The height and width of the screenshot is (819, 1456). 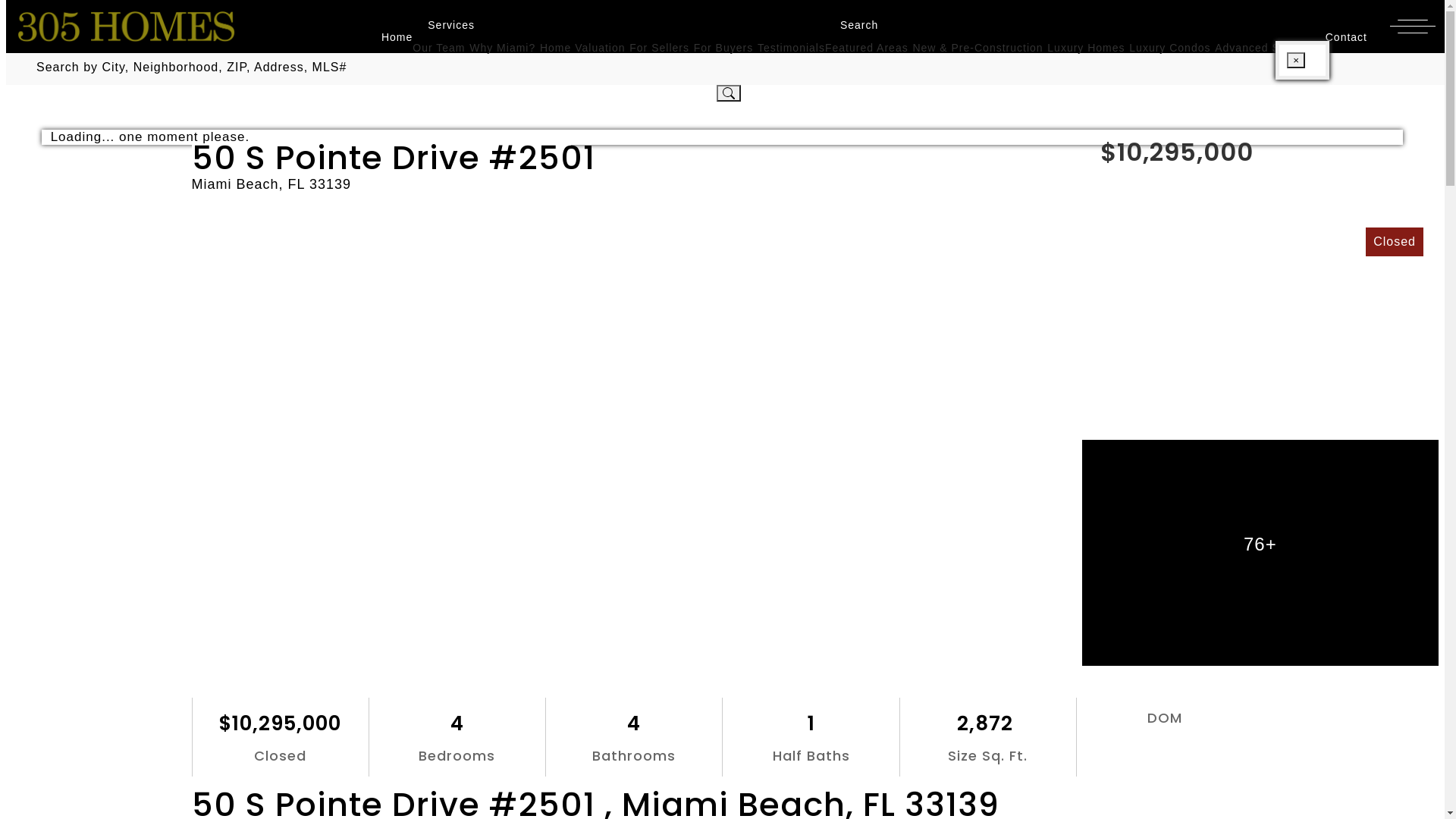 What do you see at coordinates (539, 46) in the screenshot?
I see `'Home Valuation'` at bounding box center [539, 46].